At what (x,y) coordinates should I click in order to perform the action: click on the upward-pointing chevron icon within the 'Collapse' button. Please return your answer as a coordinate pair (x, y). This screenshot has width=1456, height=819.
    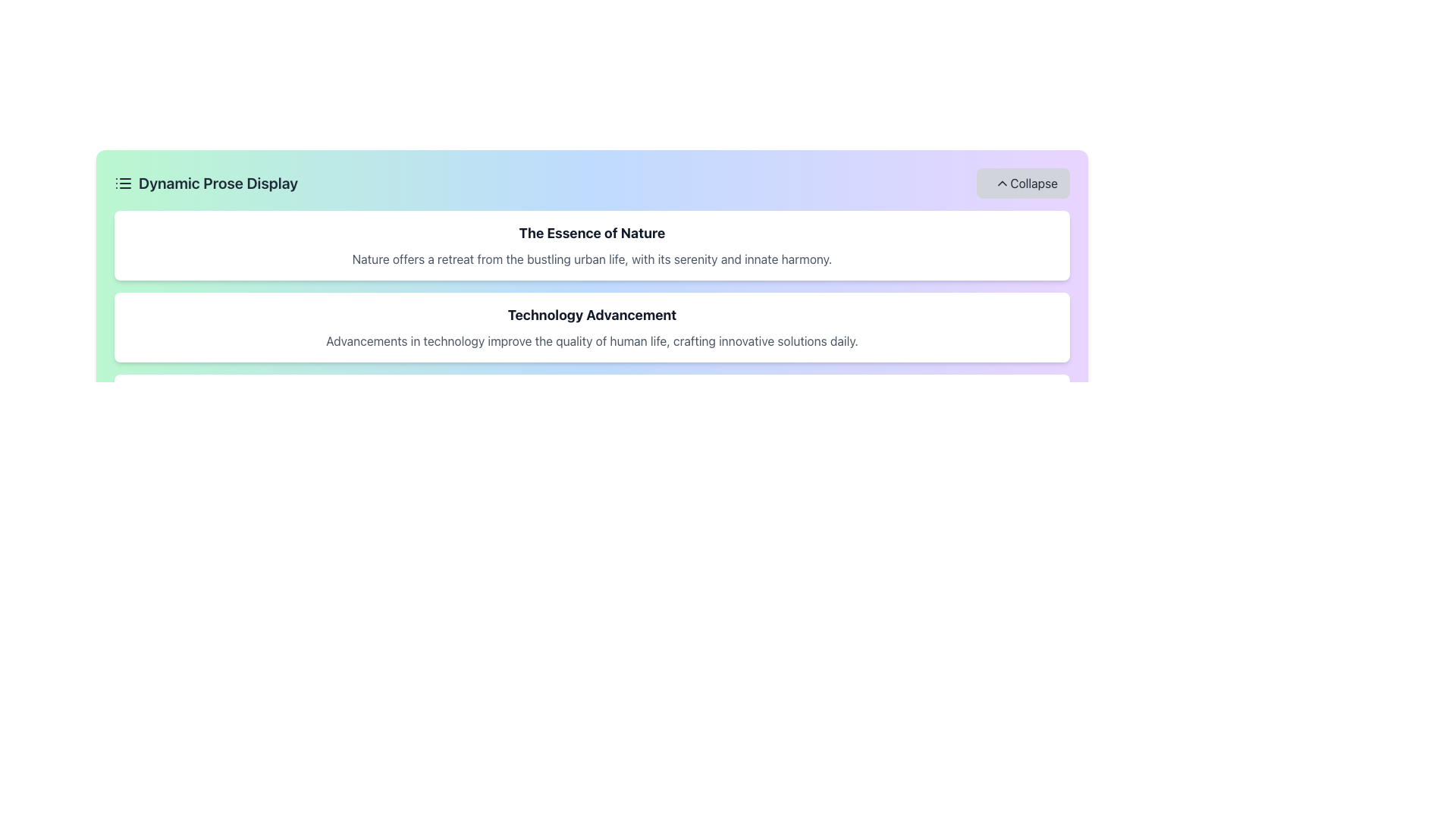
    Looking at the image, I should click on (1003, 183).